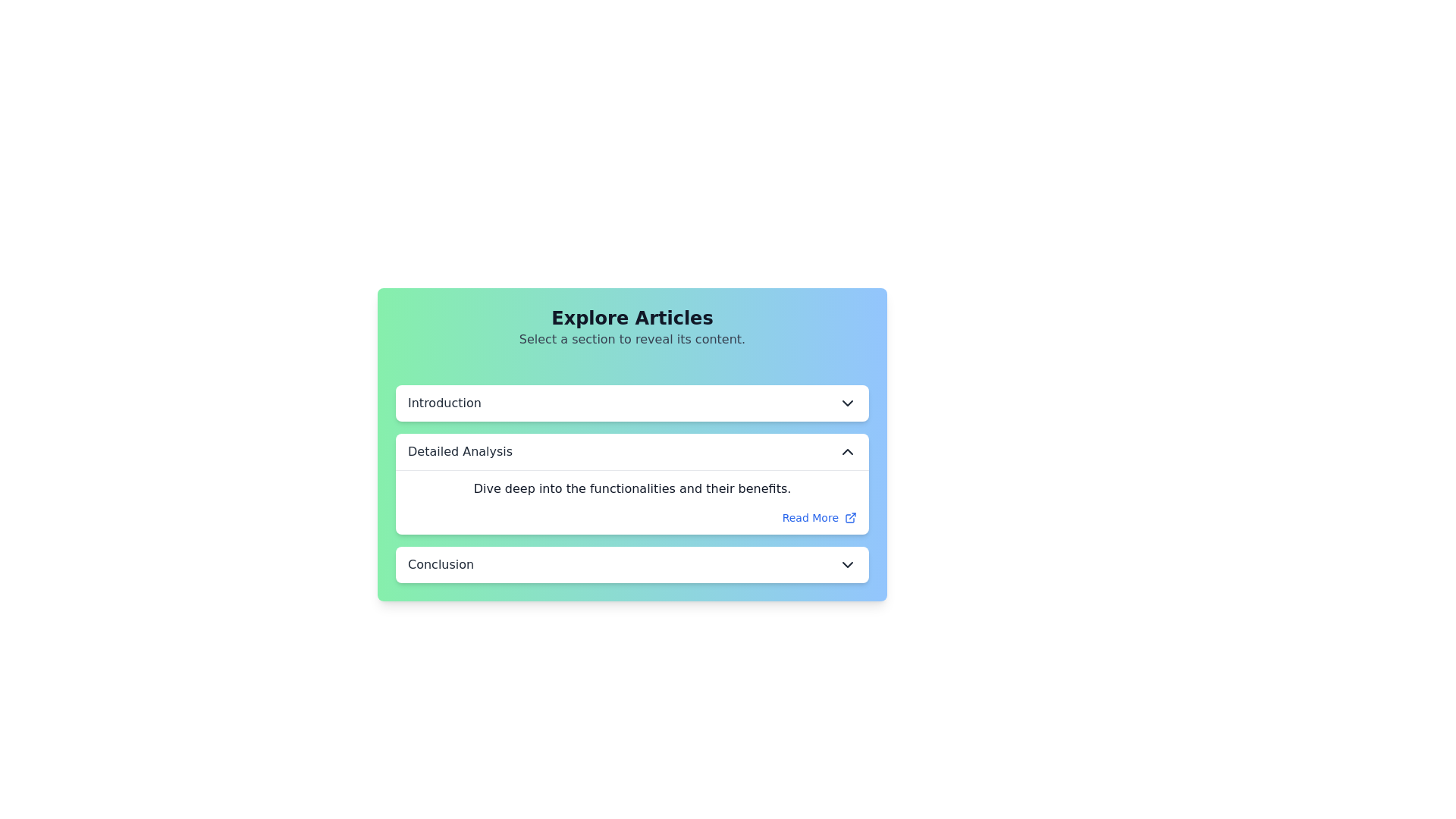  What do you see at coordinates (809, 516) in the screenshot?
I see `the 'Read More' link located at the bottom-right of the 'Detailed Analysis' section` at bounding box center [809, 516].